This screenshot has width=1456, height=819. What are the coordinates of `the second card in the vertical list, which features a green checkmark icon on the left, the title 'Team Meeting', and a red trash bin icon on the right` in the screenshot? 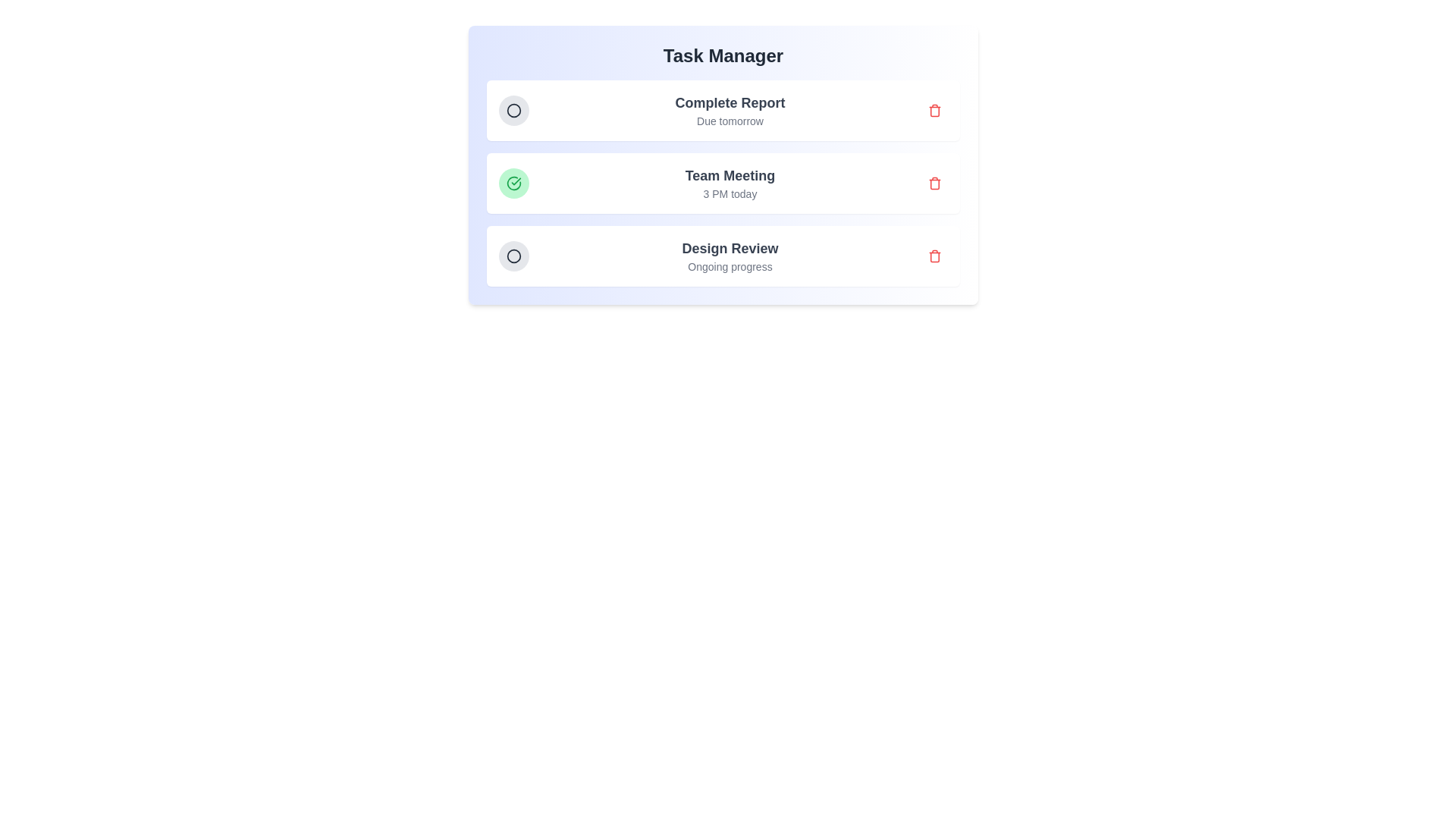 It's located at (723, 183).